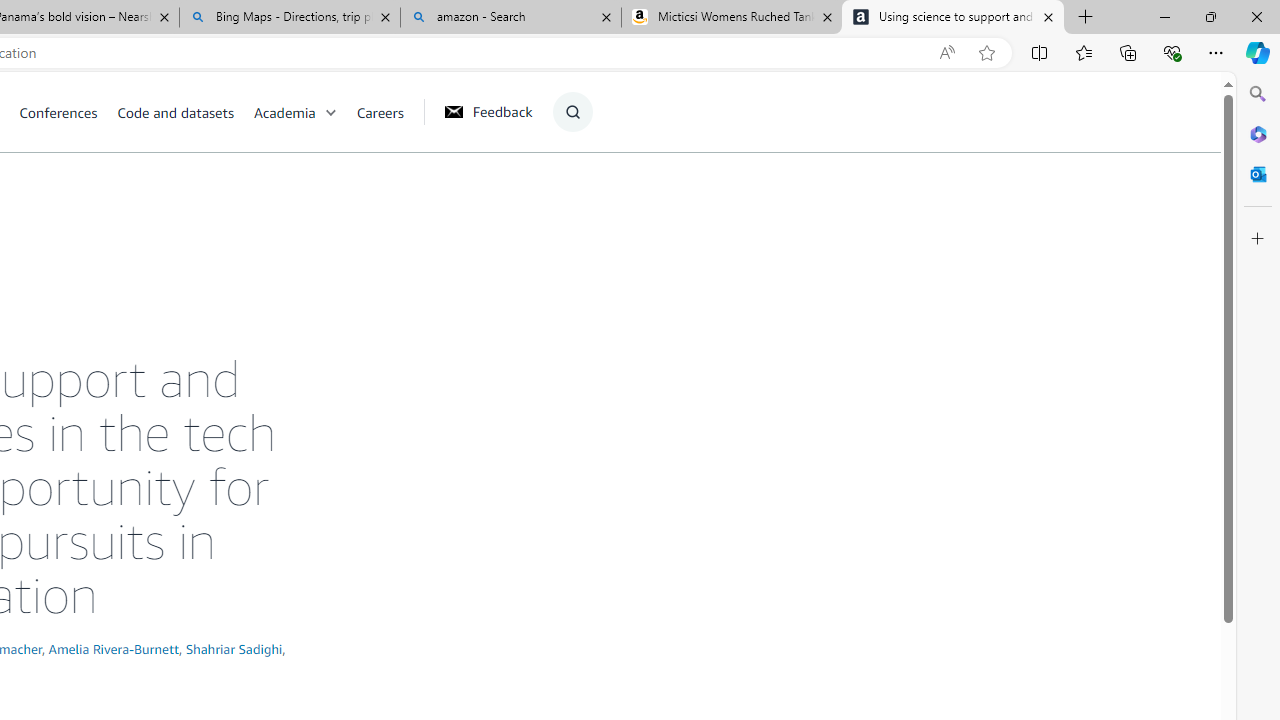 The height and width of the screenshot is (720, 1280). What do you see at coordinates (304, 111) in the screenshot?
I see `'Academia'` at bounding box center [304, 111].